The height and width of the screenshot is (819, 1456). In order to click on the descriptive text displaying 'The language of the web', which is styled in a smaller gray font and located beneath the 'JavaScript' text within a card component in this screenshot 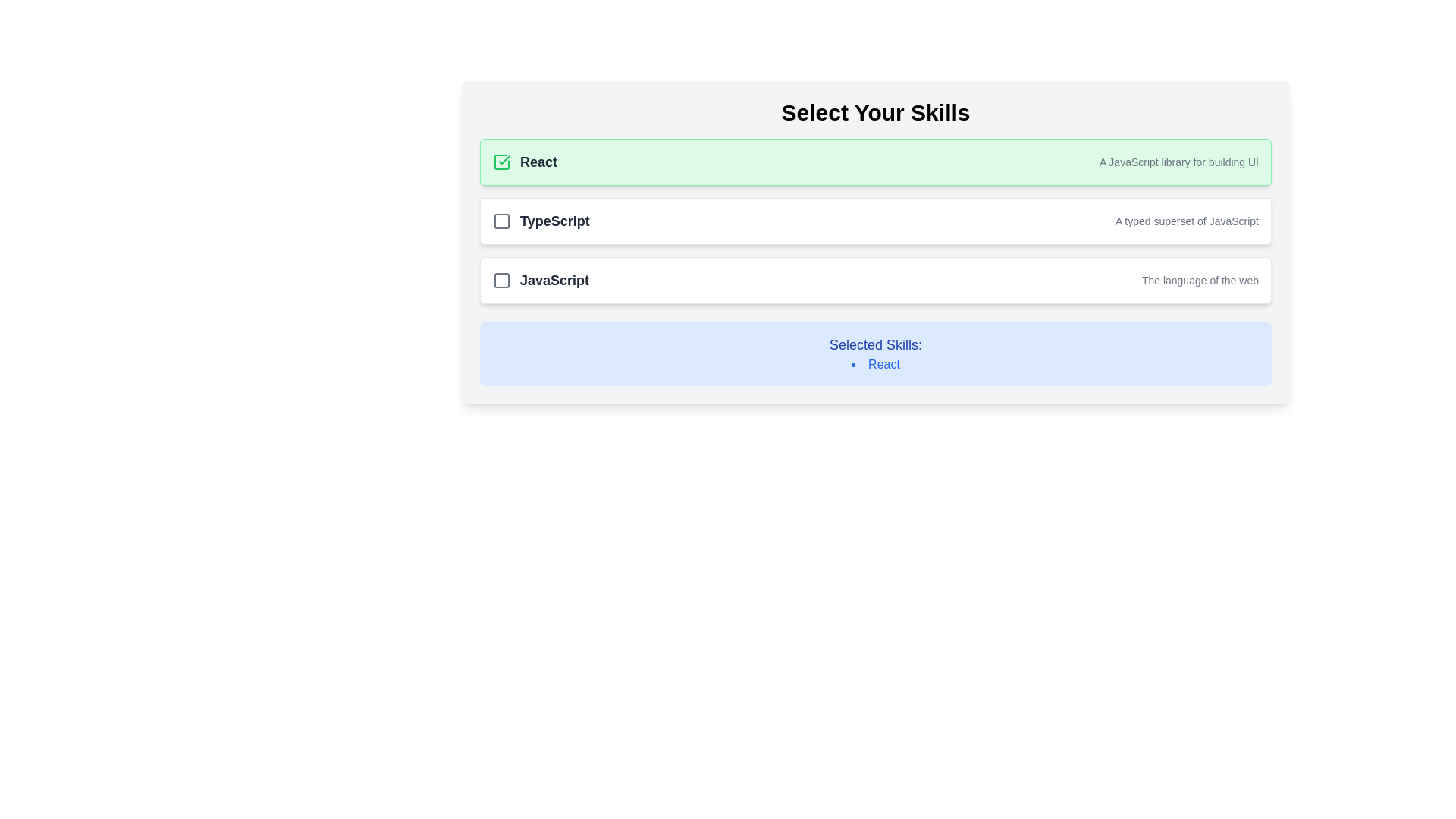, I will do `click(1199, 281)`.